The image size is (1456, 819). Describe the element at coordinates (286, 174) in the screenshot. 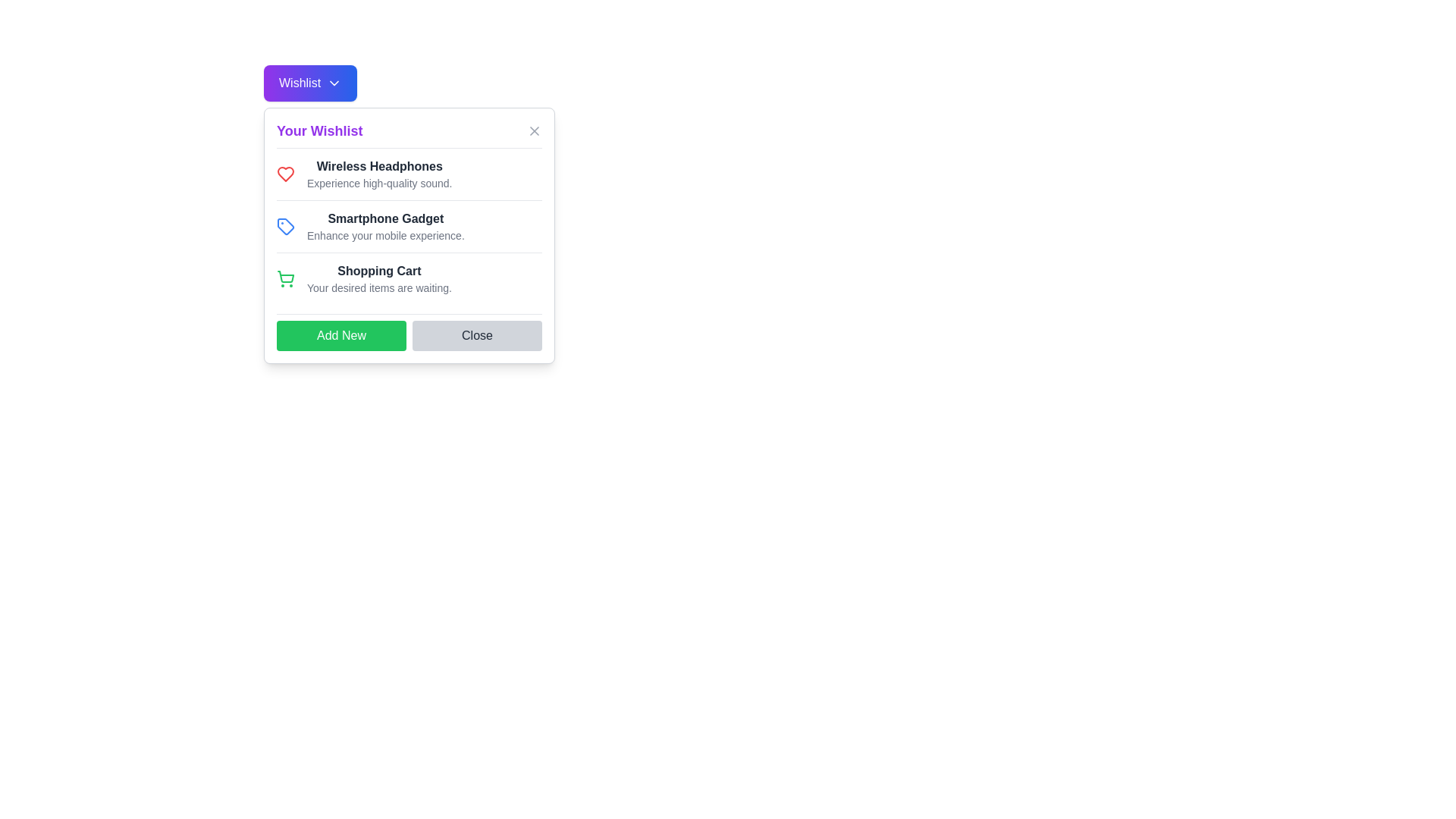

I see `the visual representation of the red heart icon located to the left of the 'Wireless Headphones' text in the wishlist` at that location.